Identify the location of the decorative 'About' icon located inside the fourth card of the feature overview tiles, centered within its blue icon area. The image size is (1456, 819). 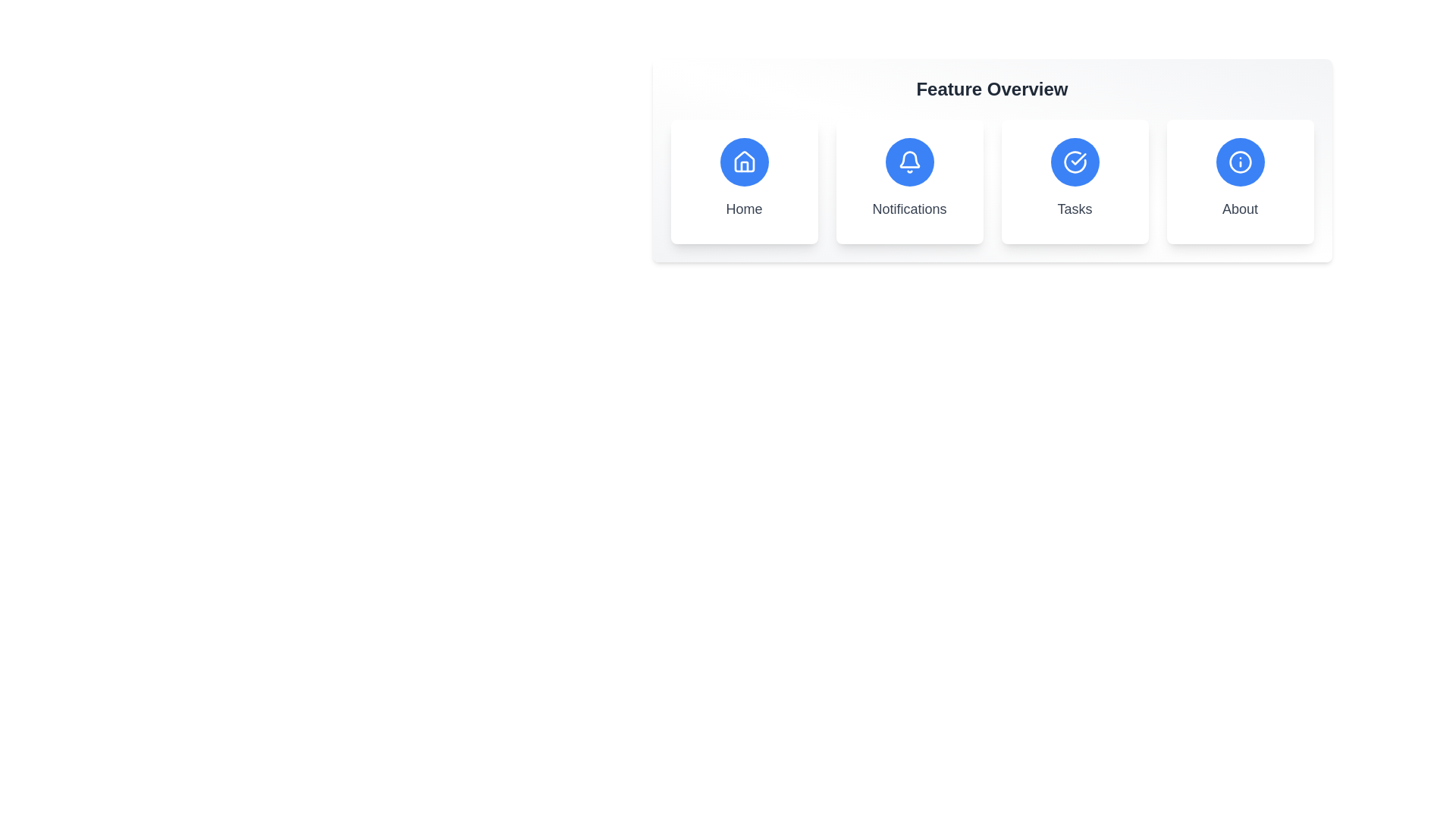
(1240, 162).